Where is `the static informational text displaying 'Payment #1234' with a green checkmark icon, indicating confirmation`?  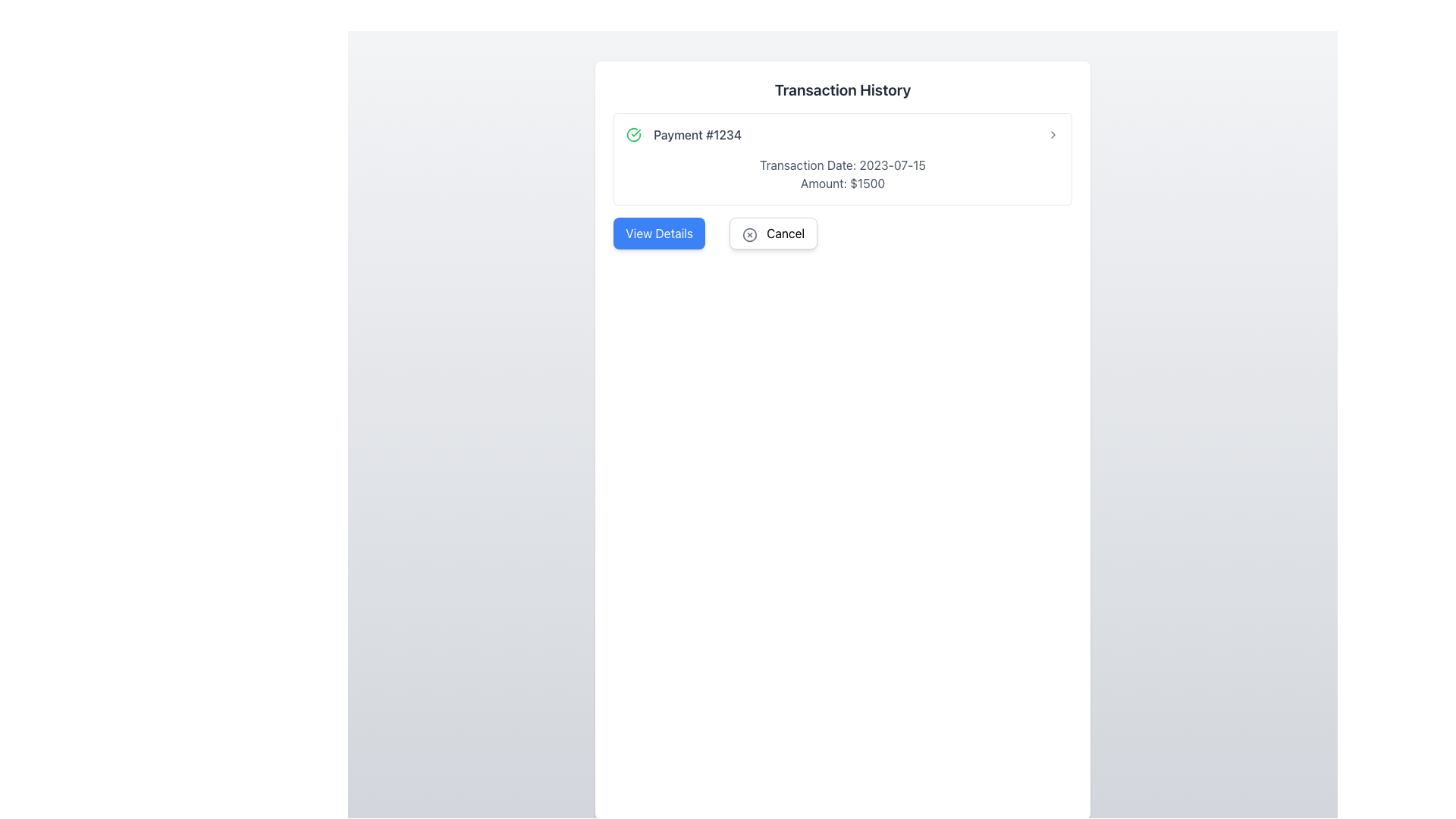
the static informational text displaying 'Payment #1234' with a green checkmark icon, indicating confirmation is located at coordinates (683, 133).